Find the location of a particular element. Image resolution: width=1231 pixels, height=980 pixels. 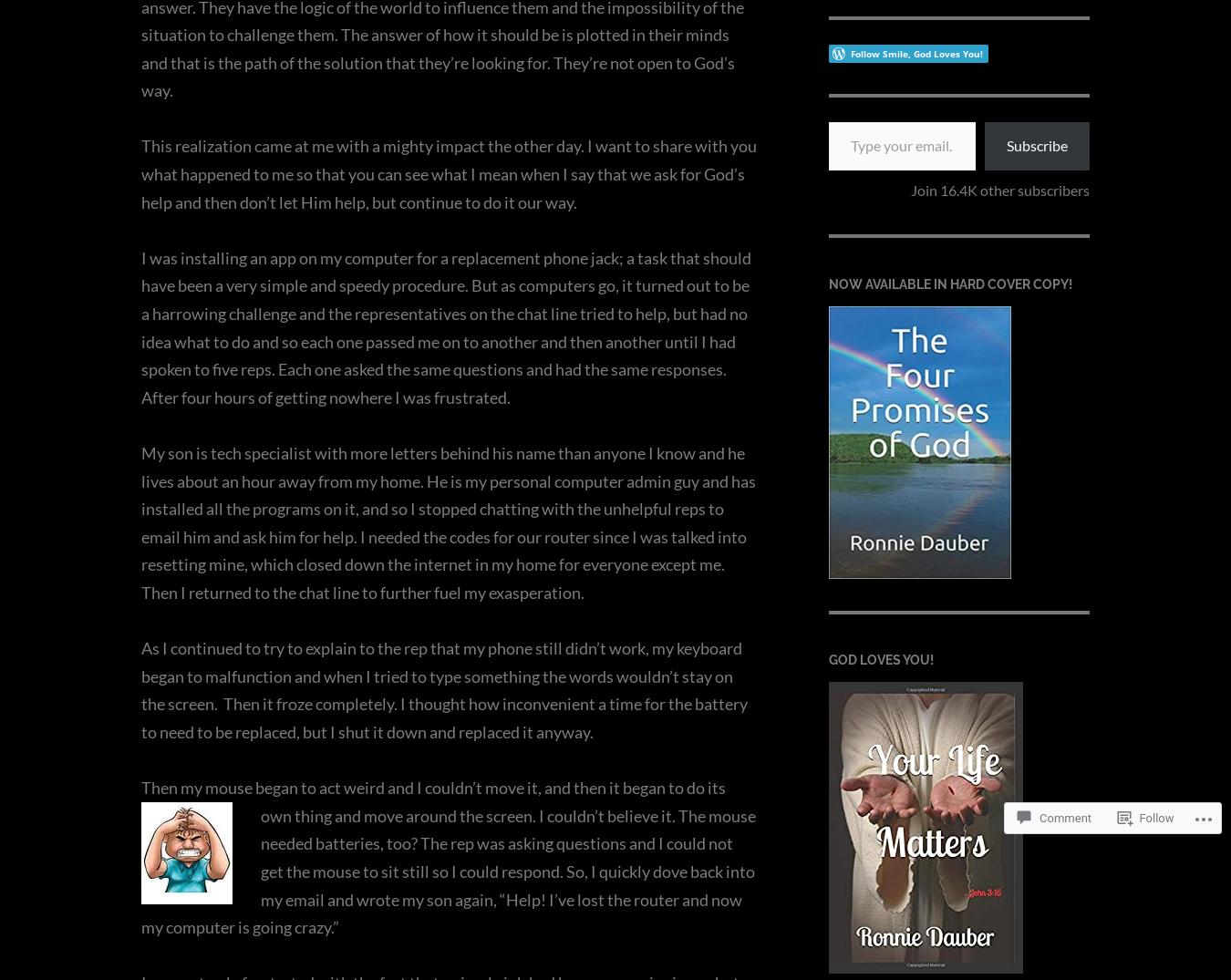

'Subscribe' is located at coordinates (1036, 145).